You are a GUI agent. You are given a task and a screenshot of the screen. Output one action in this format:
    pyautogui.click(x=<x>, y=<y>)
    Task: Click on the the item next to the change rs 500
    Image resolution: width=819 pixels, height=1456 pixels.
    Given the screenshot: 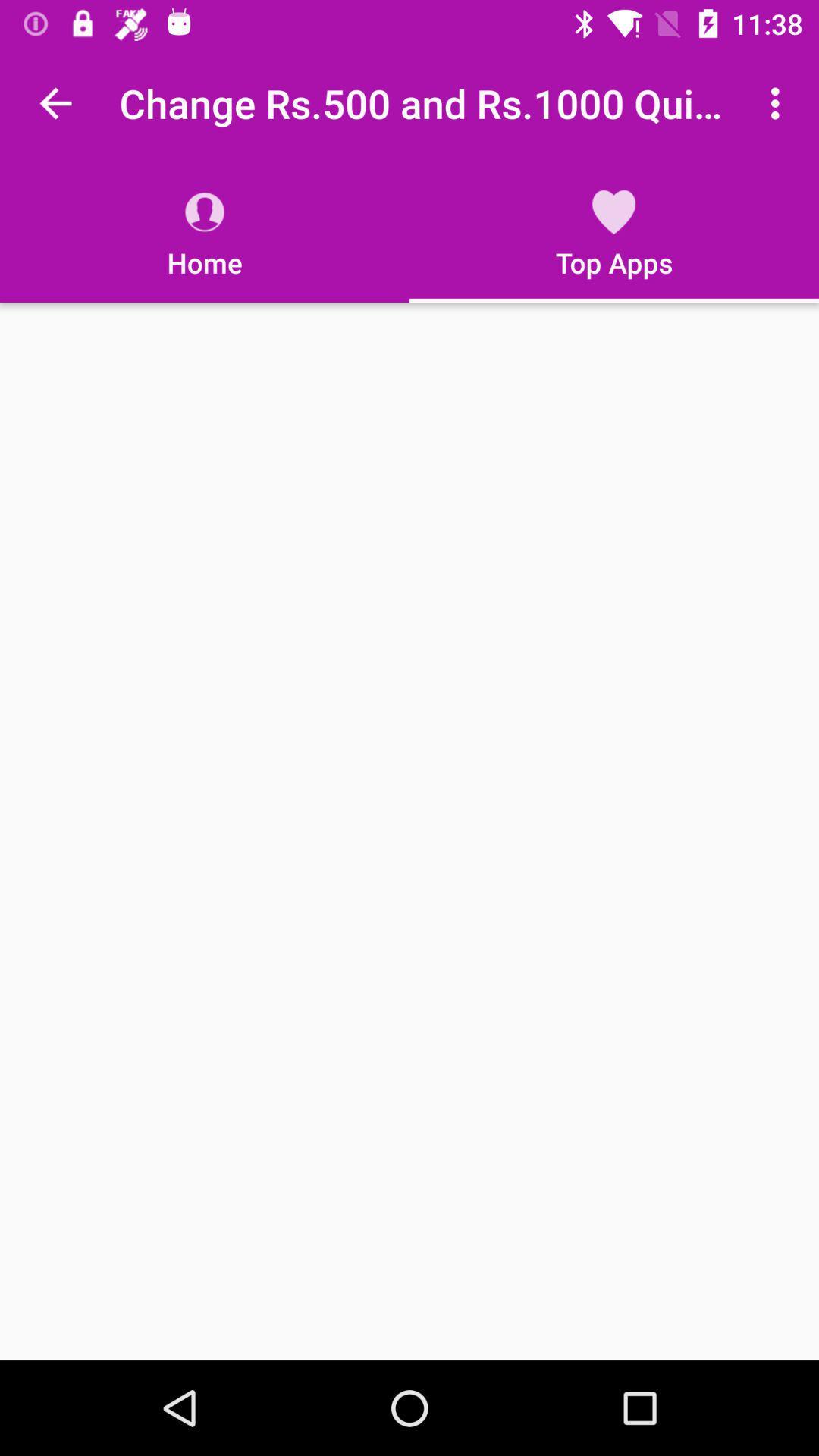 What is the action you would take?
    pyautogui.click(x=779, y=102)
    